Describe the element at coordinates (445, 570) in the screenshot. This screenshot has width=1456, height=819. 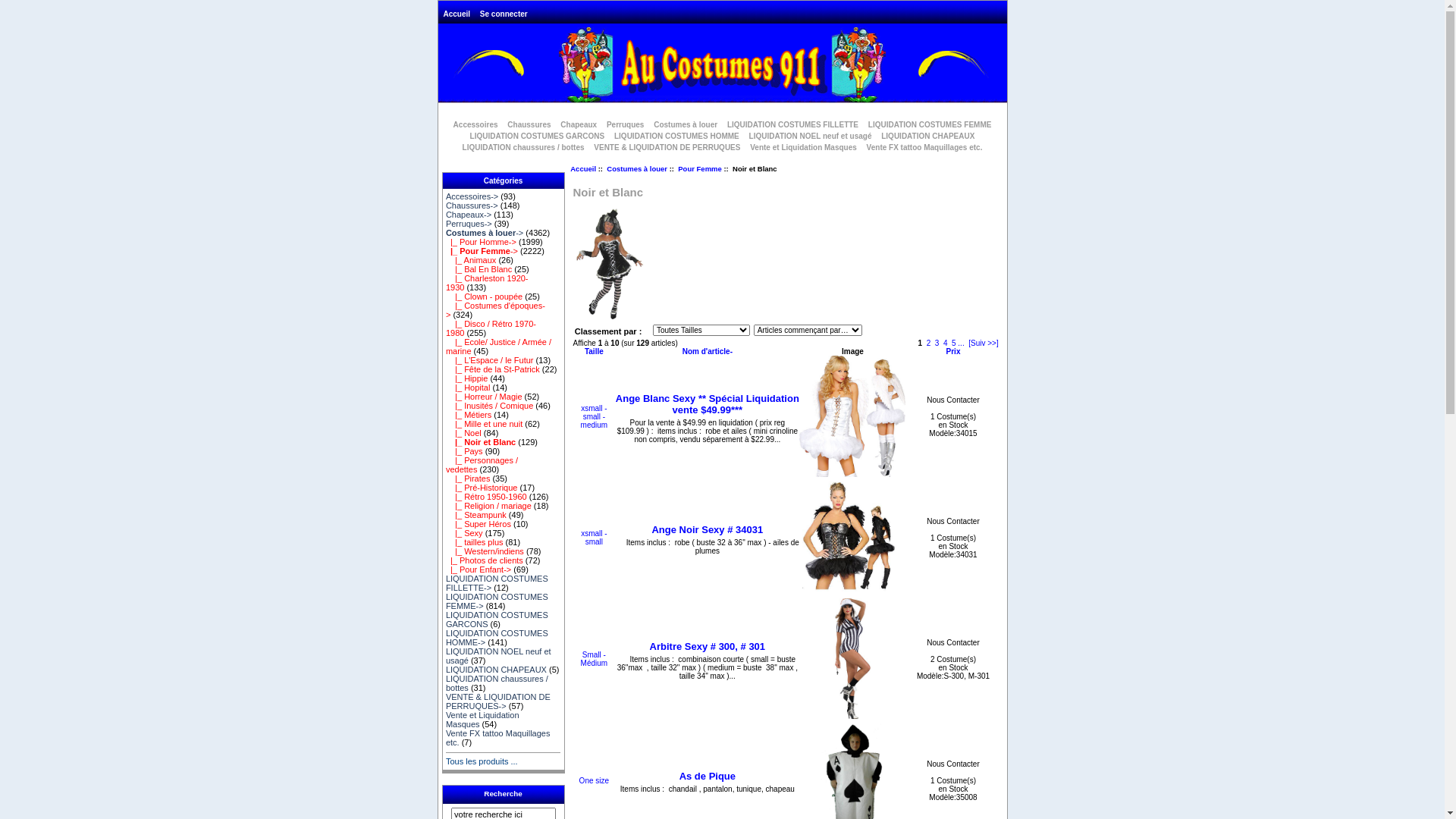
I see `'  |_ Pour Enfant->'` at that location.